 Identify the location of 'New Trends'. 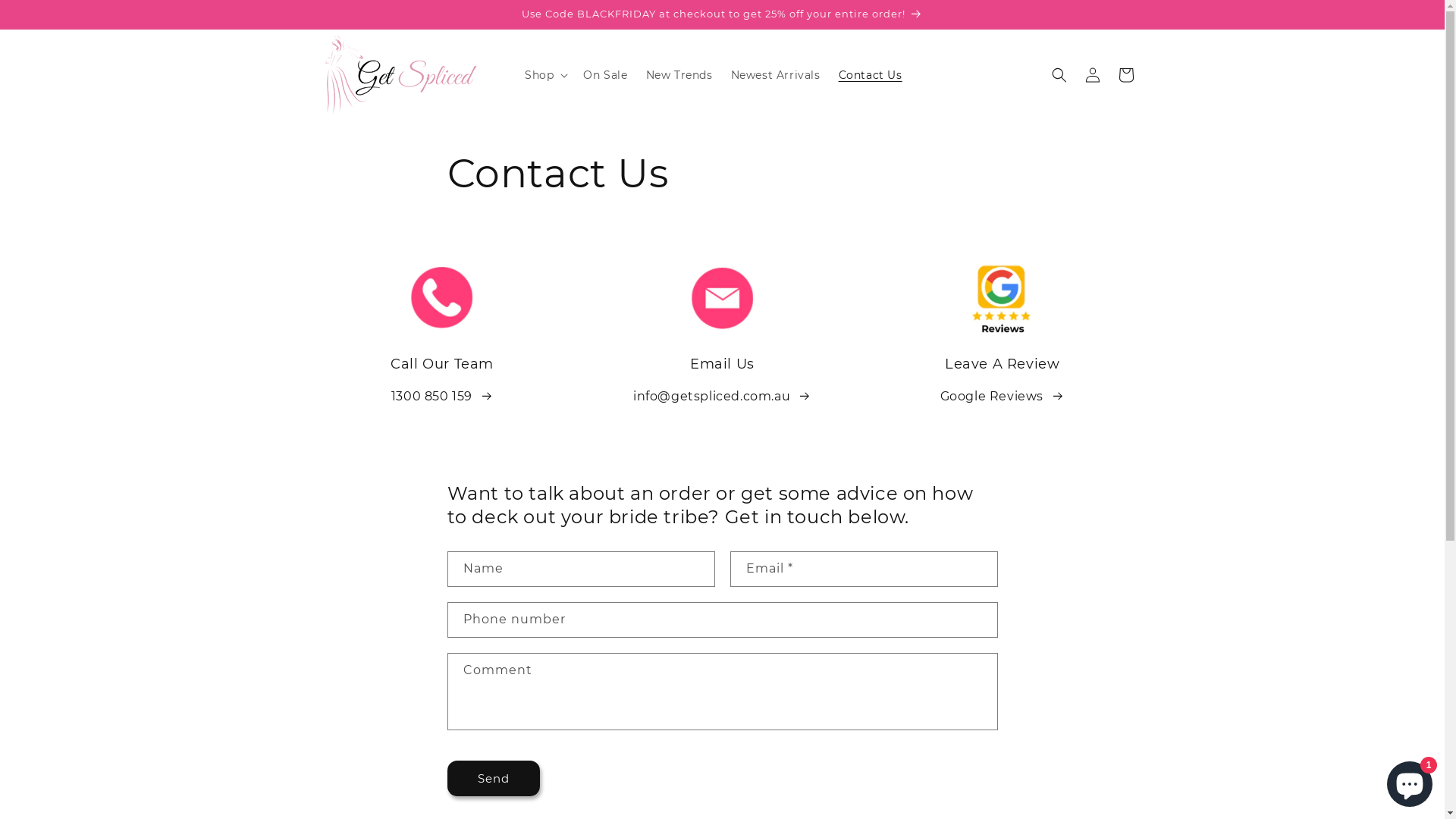
(637, 75).